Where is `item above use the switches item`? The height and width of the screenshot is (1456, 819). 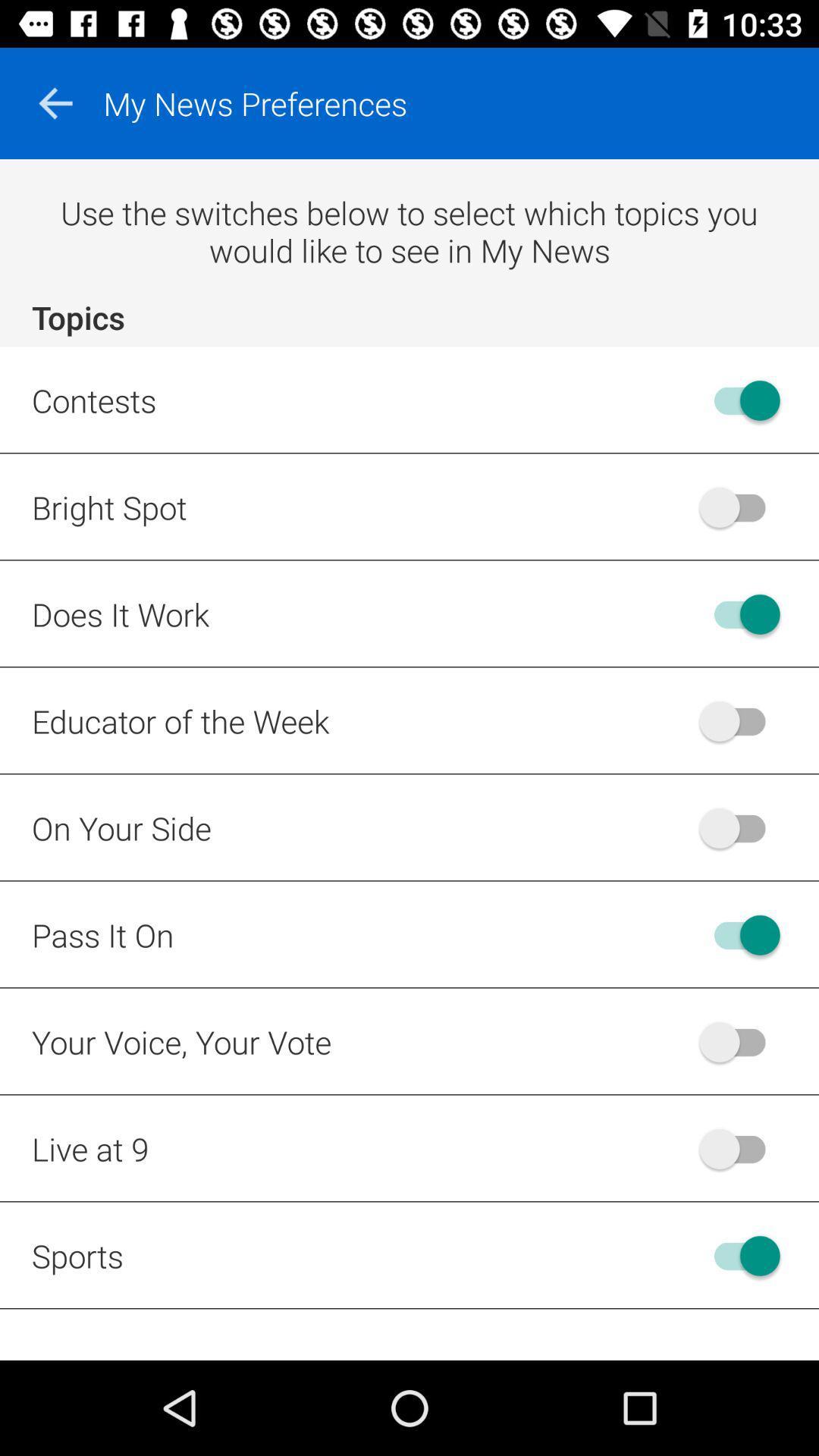
item above use the switches item is located at coordinates (55, 102).